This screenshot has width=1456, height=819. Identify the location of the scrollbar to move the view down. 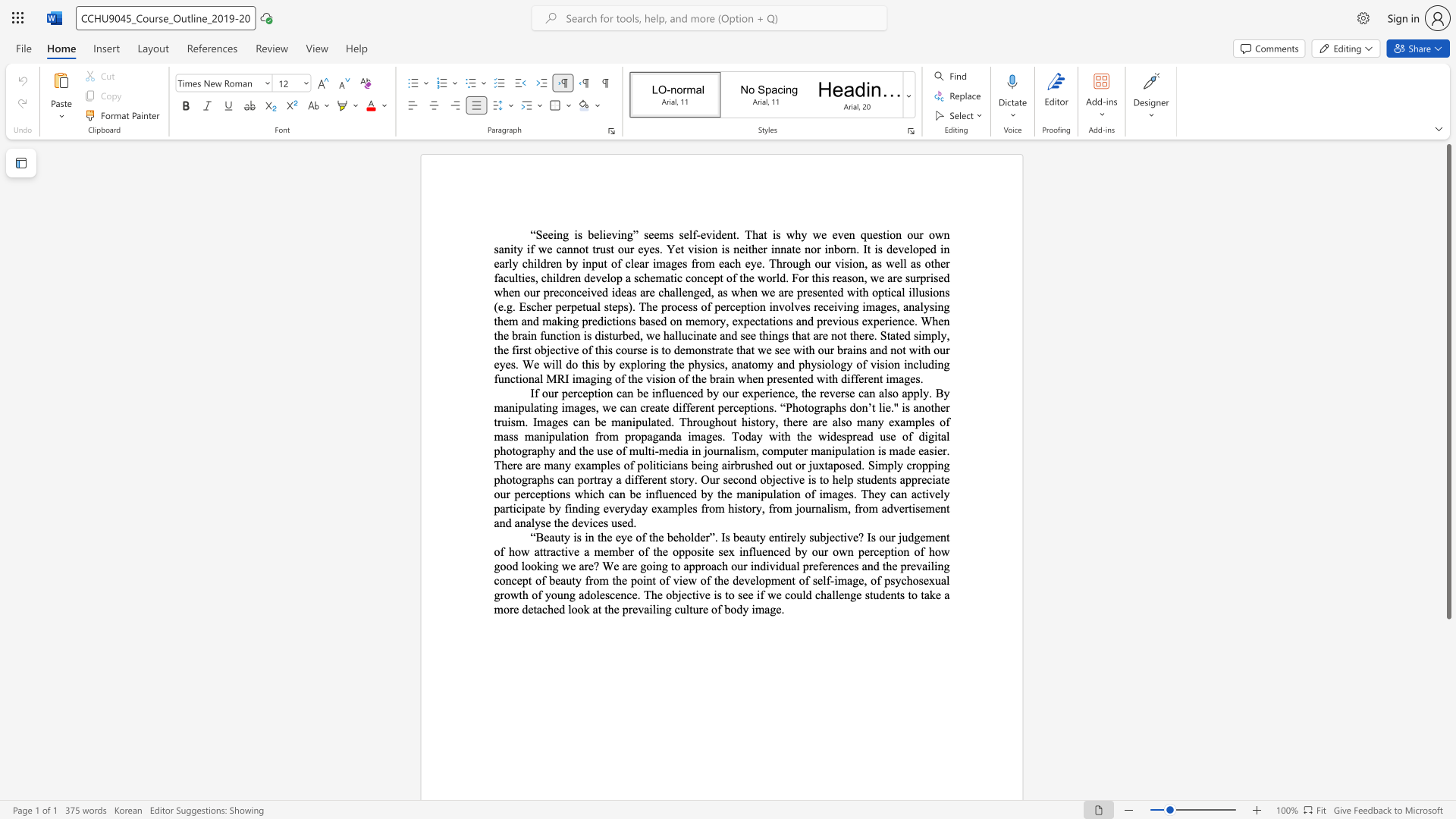
(1448, 644).